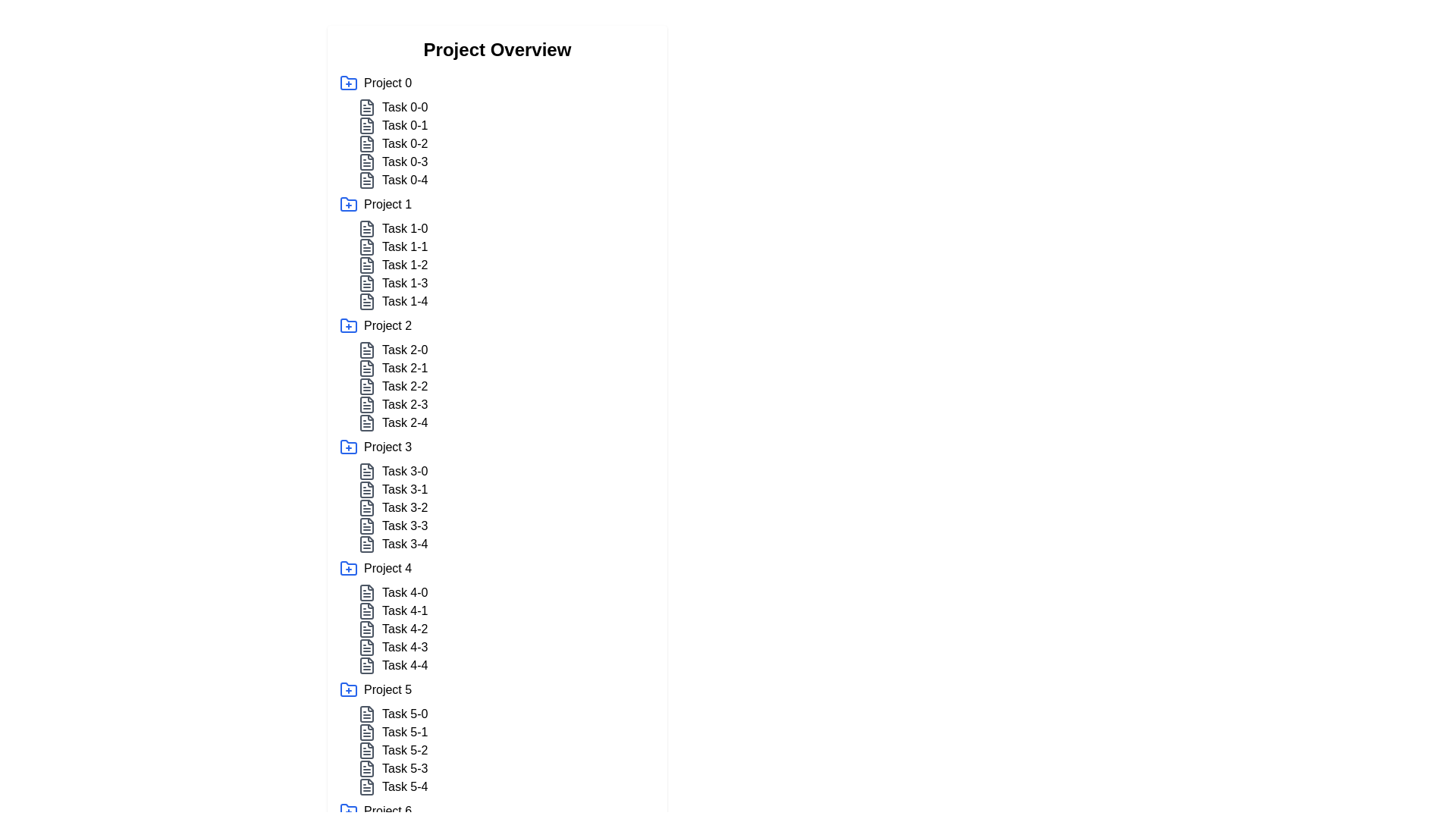  Describe the element at coordinates (405, 714) in the screenshot. I see `the Text Label displaying 'Task 5-0' which is the first entry under the 'Project 5' heading` at that location.